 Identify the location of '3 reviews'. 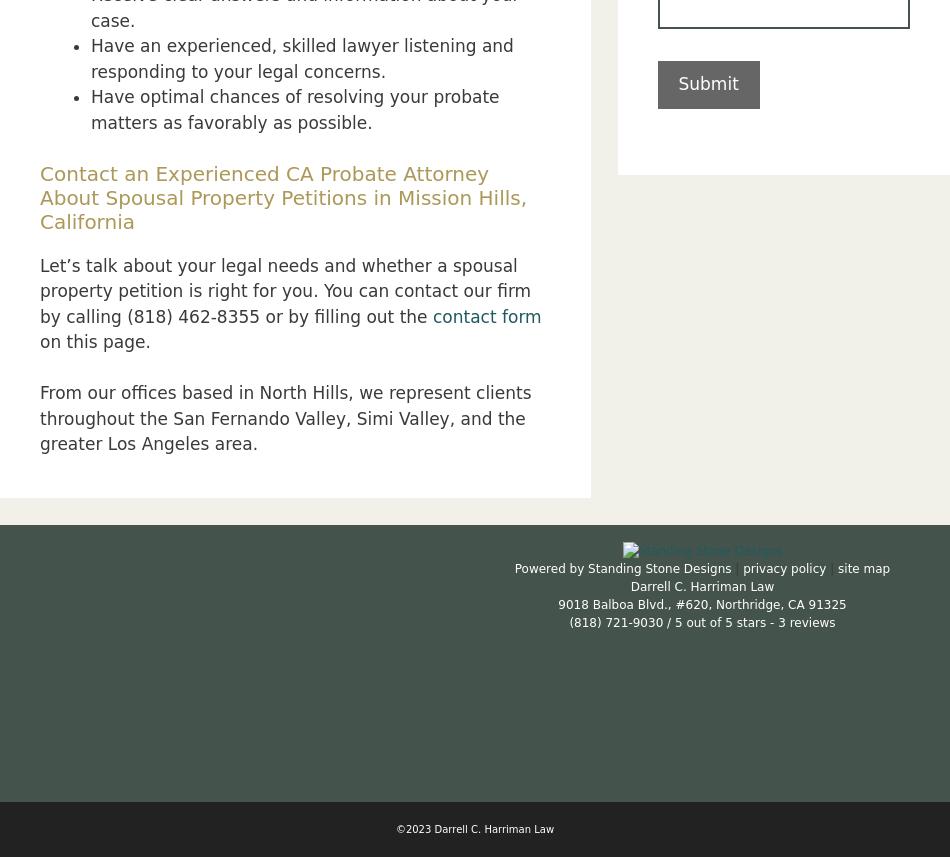
(805, 621).